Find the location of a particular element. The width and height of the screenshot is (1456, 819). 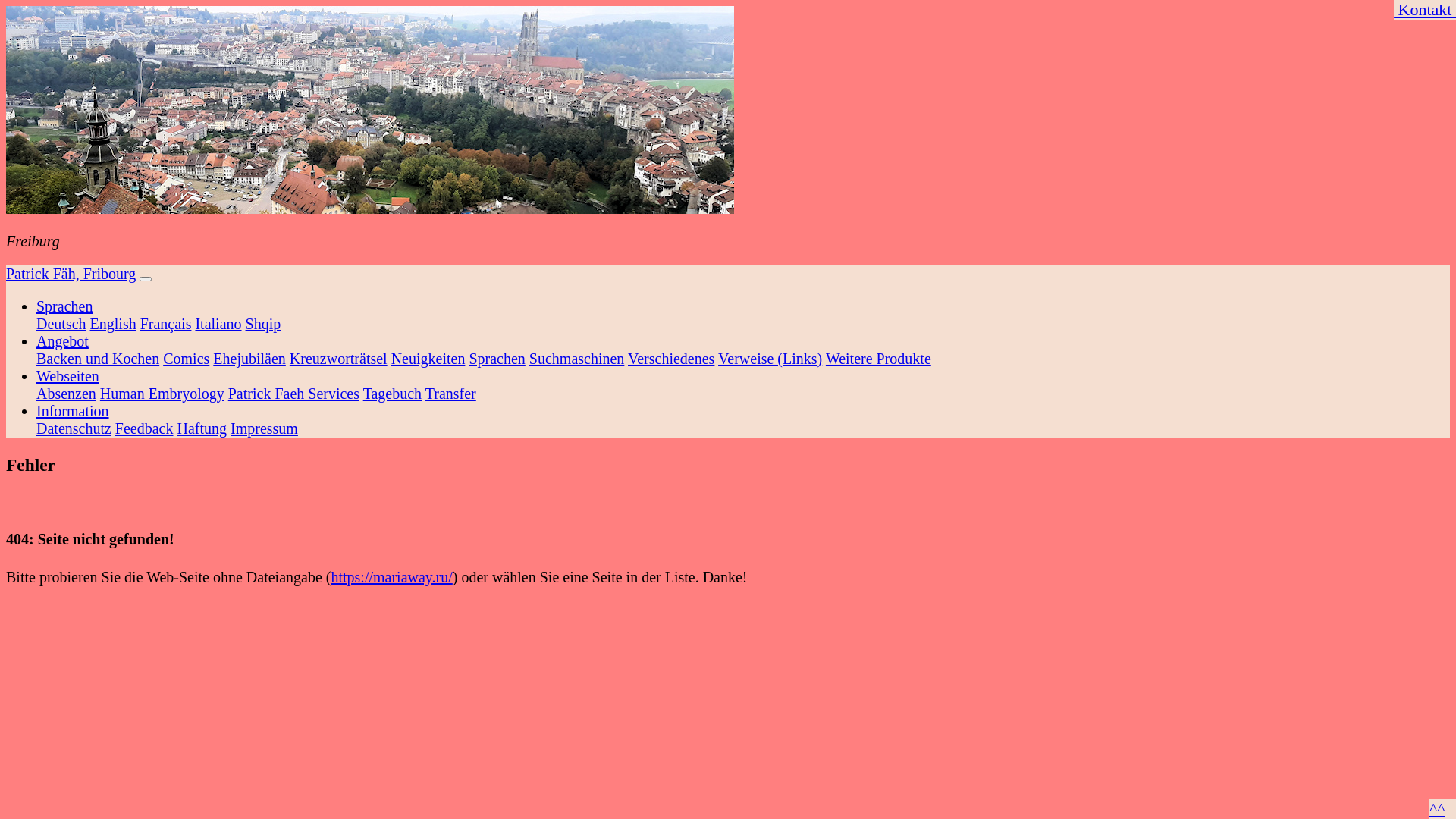

'English' is located at coordinates (112, 323).